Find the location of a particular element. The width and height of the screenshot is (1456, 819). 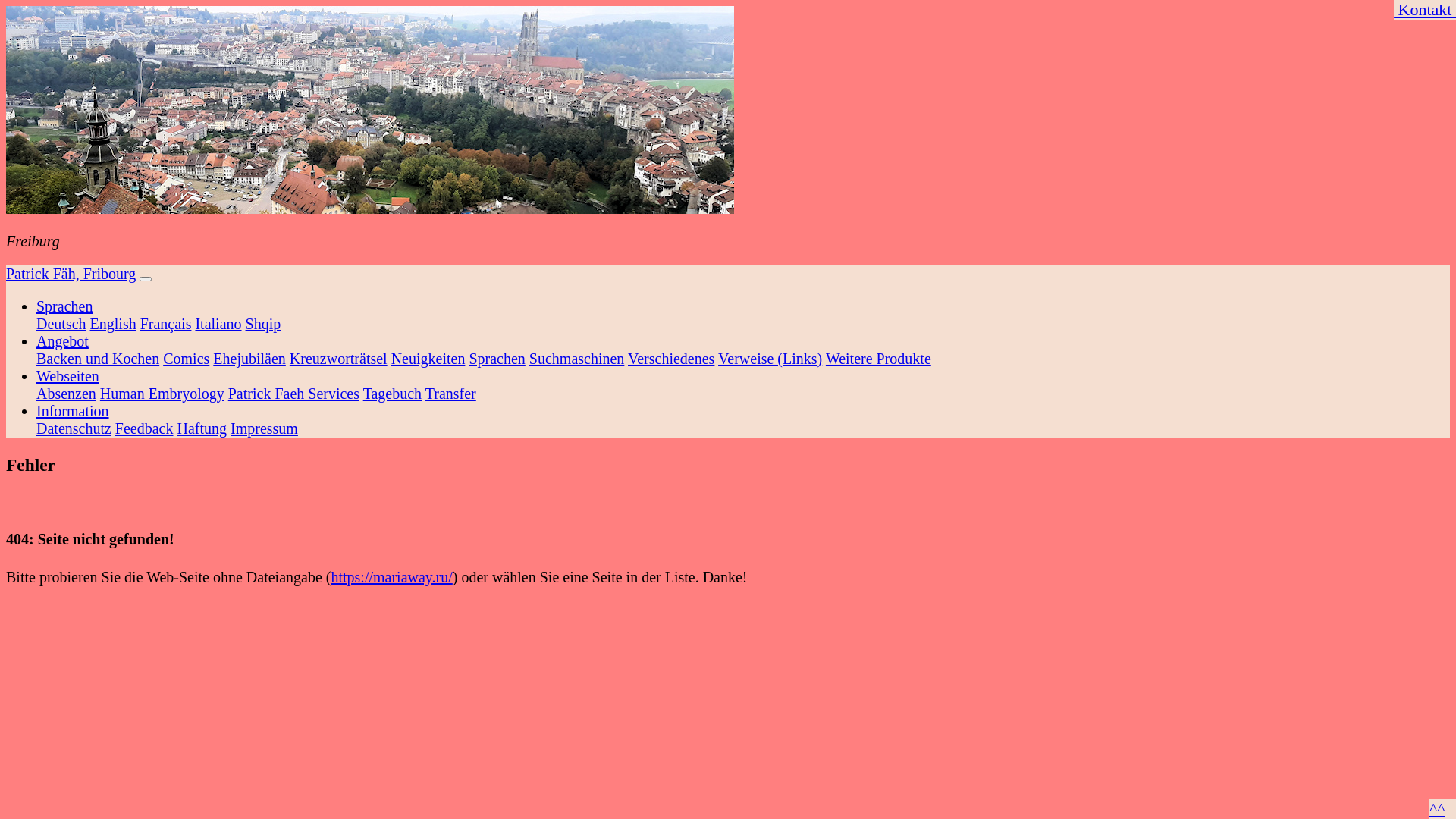

'English' is located at coordinates (112, 323).